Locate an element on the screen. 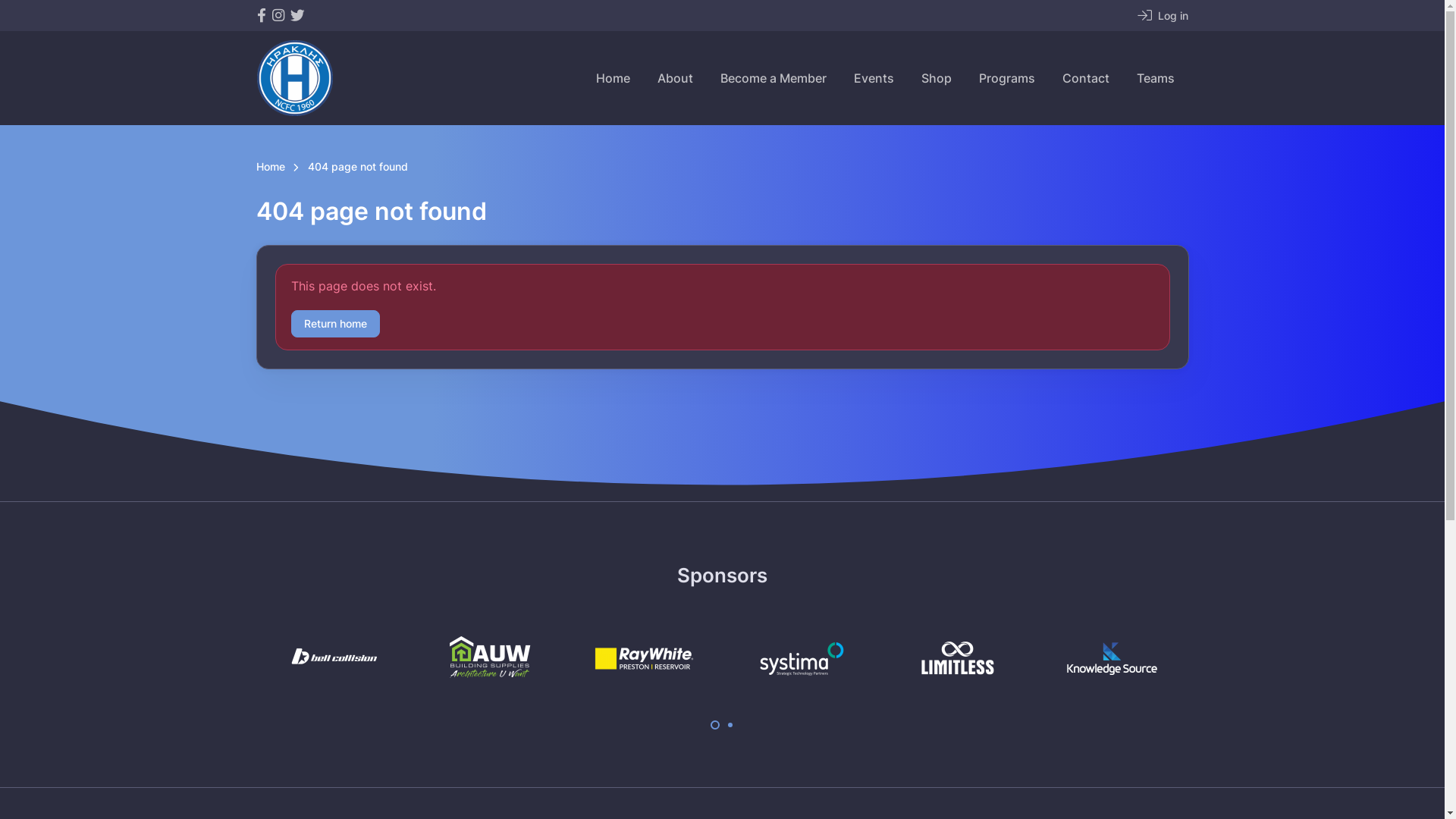  'Ray White' is located at coordinates (644, 657).